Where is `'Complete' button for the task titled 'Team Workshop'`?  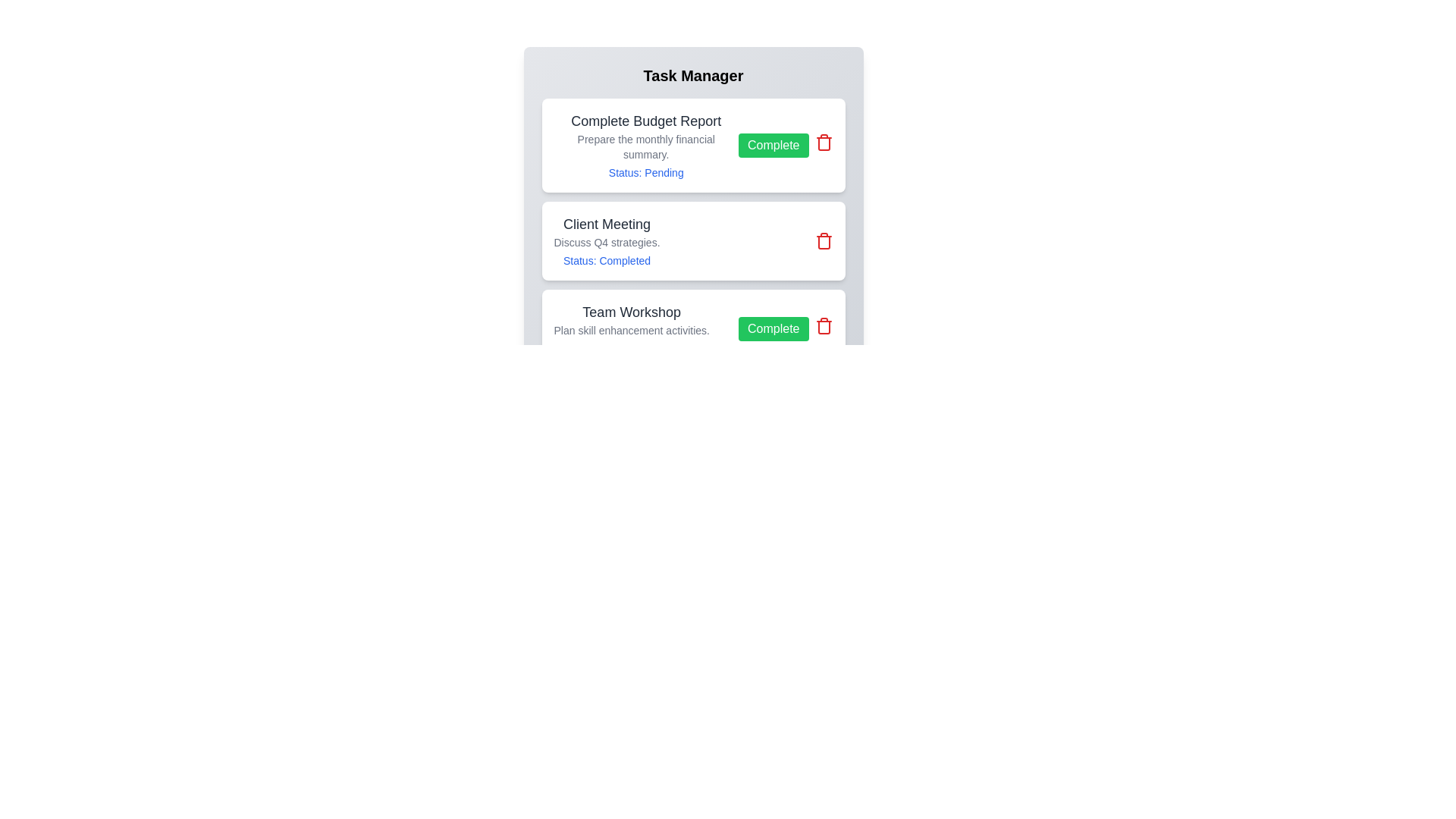 'Complete' button for the task titled 'Team Workshop' is located at coordinates (773, 328).